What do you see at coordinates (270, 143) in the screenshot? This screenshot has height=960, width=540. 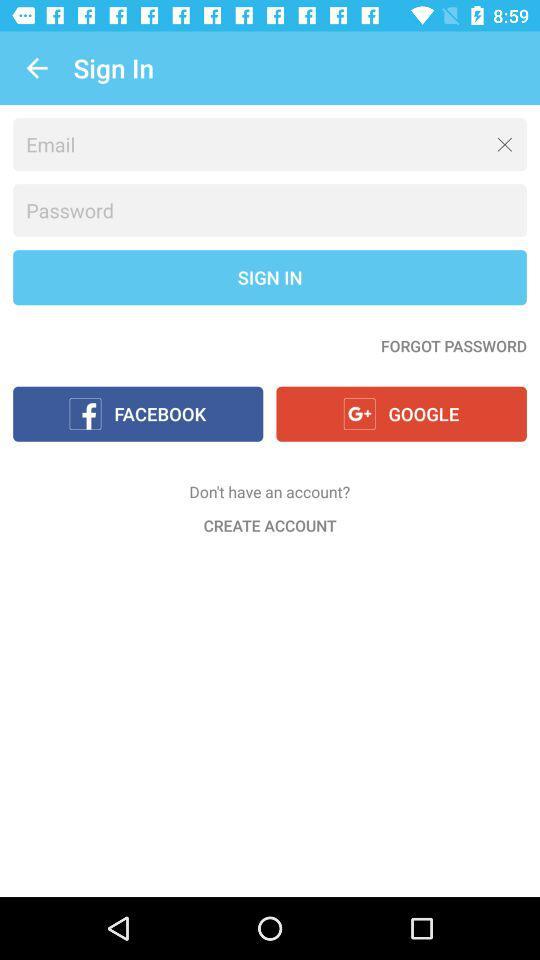 I see `sign-in email address` at bounding box center [270, 143].